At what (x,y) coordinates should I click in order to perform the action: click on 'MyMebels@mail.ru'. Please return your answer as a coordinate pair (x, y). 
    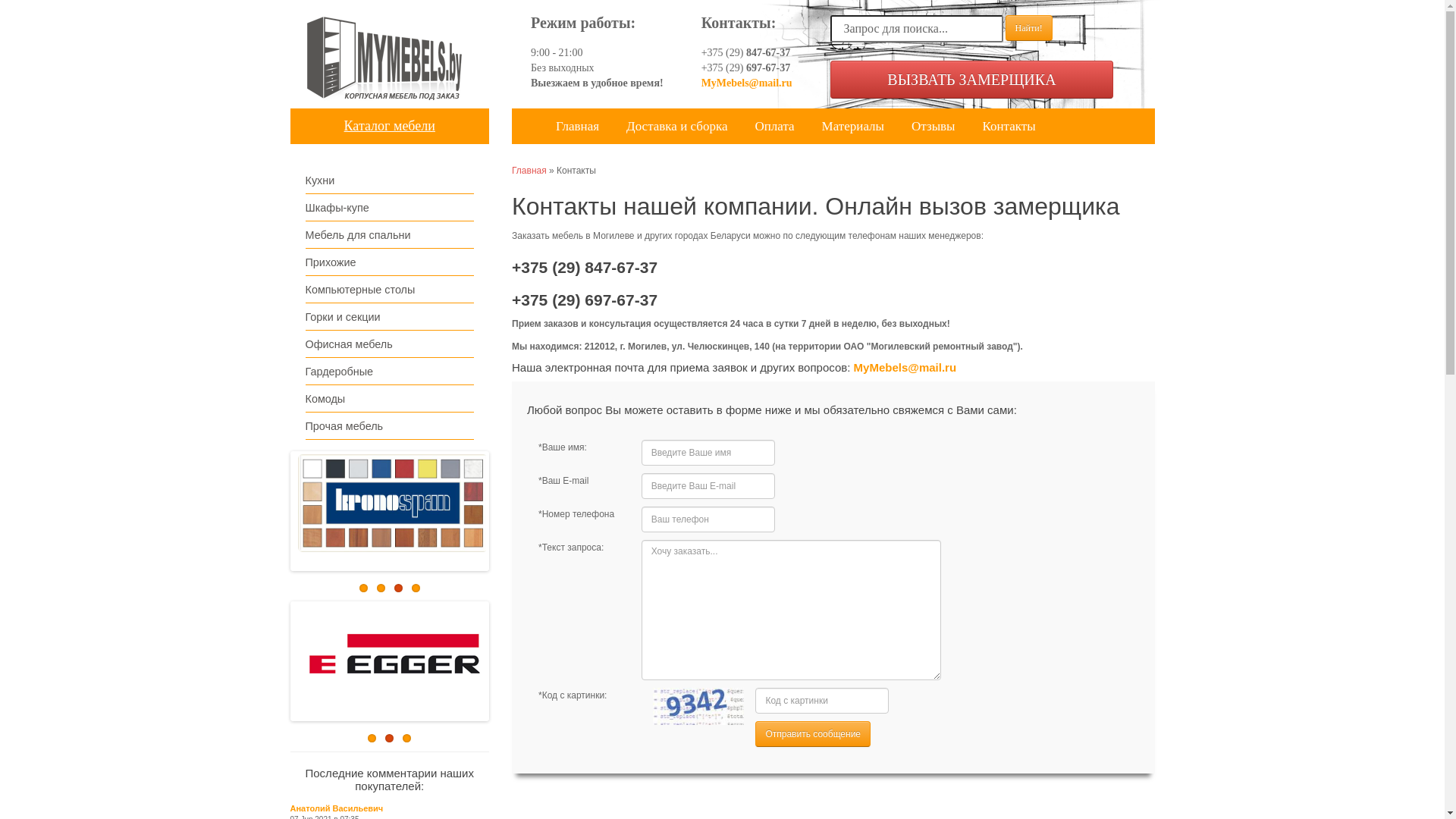
    Looking at the image, I should click on (746, 83).